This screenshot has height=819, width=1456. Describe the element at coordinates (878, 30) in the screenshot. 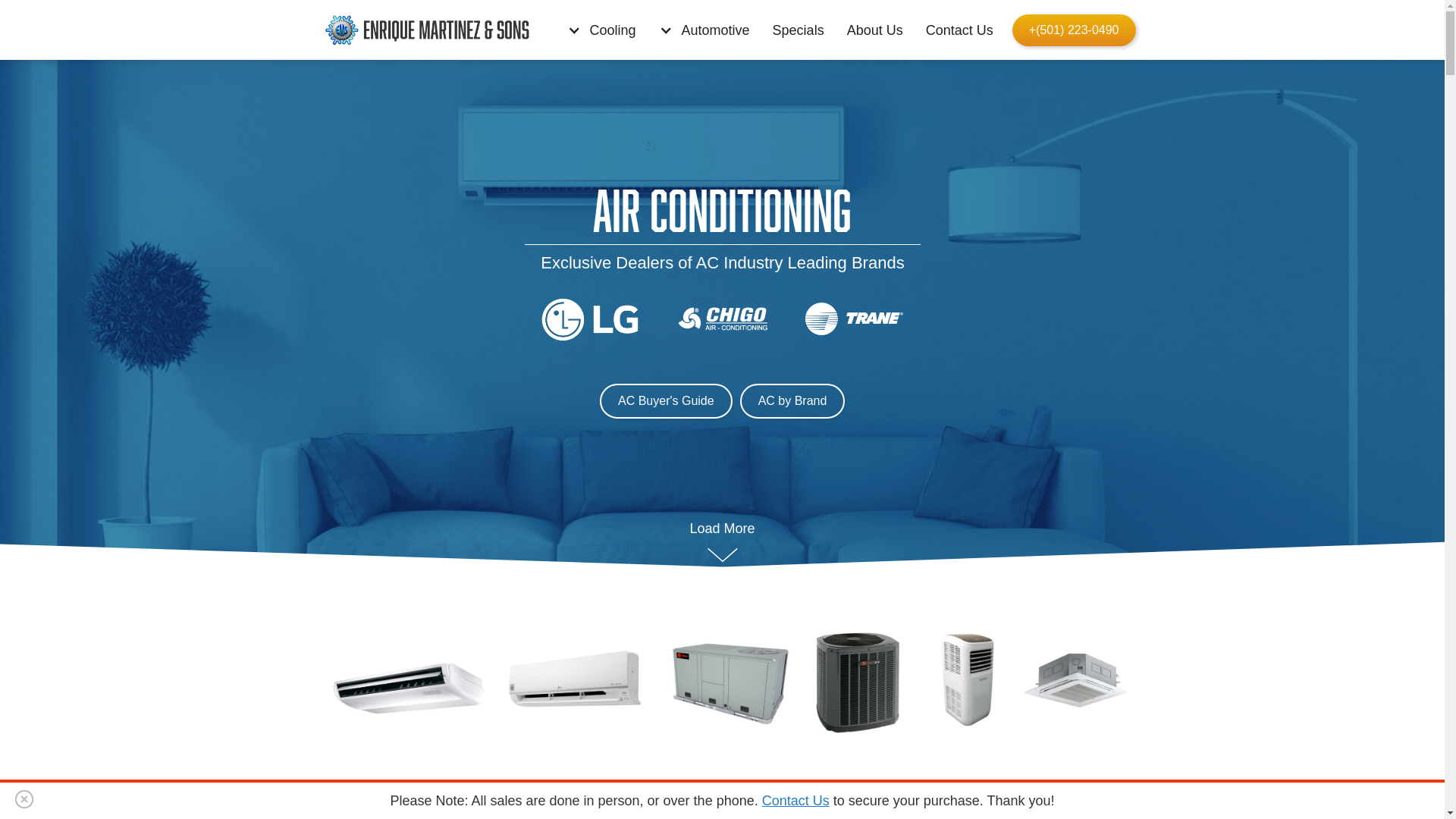

I see `'About Us'` at that location.